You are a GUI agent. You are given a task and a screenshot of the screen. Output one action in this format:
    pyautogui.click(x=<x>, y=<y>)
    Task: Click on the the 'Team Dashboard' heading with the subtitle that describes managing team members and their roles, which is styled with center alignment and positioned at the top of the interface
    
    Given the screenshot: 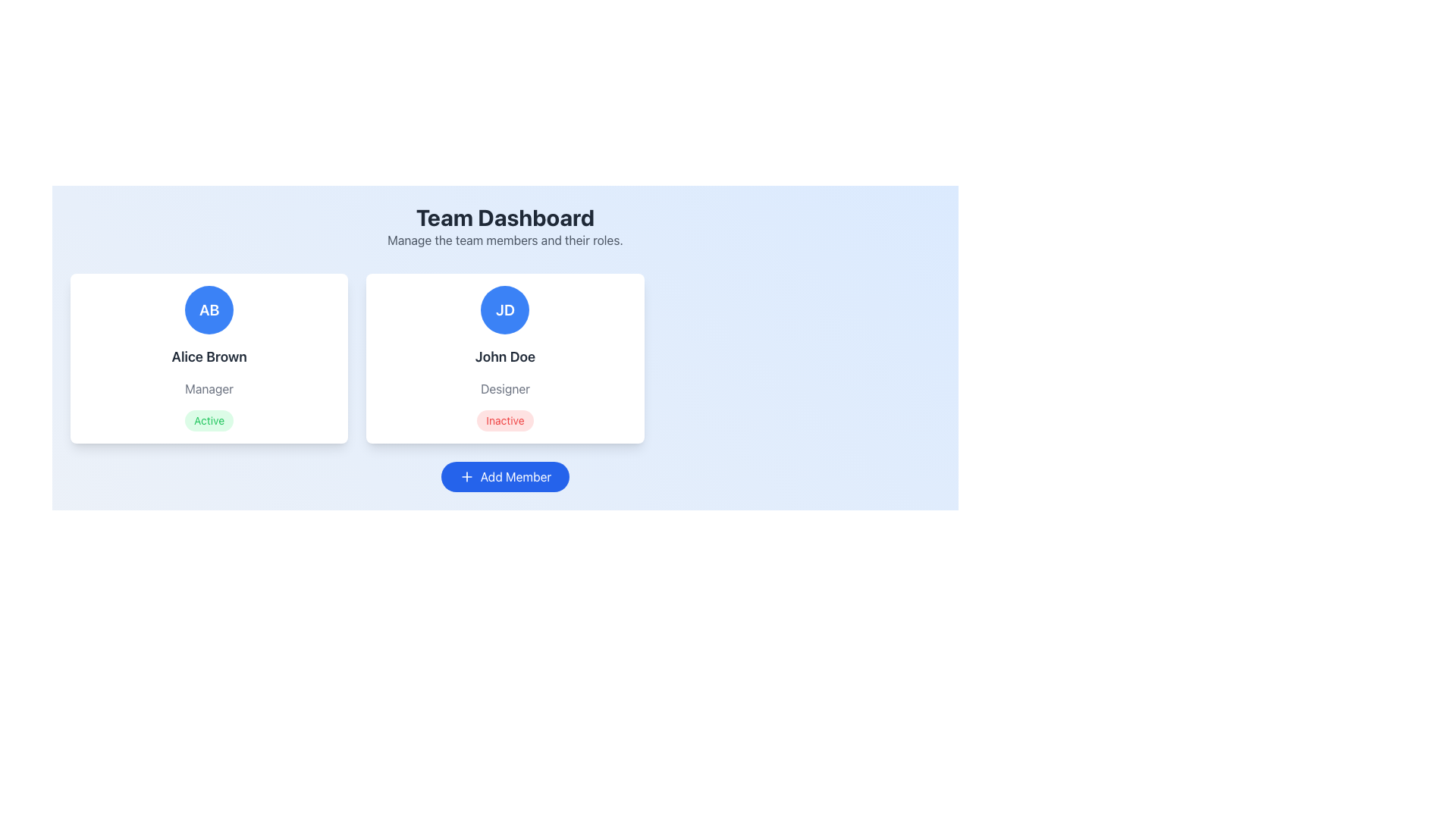 What is the action you would take?
    pyautogui.click(x=505, y=227)
    